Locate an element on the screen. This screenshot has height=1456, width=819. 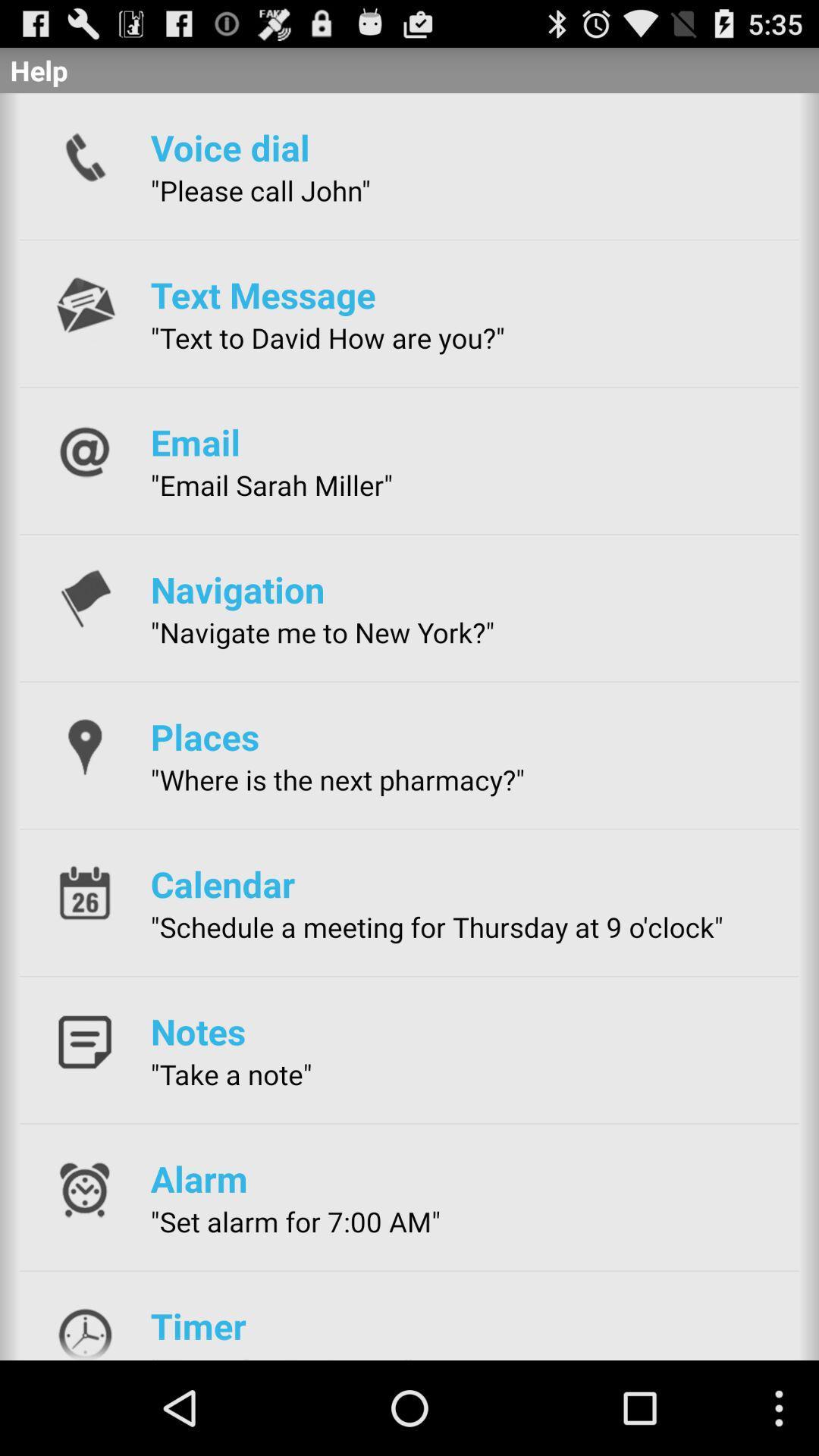
the icon above the email is located at coordinates (327, 337).